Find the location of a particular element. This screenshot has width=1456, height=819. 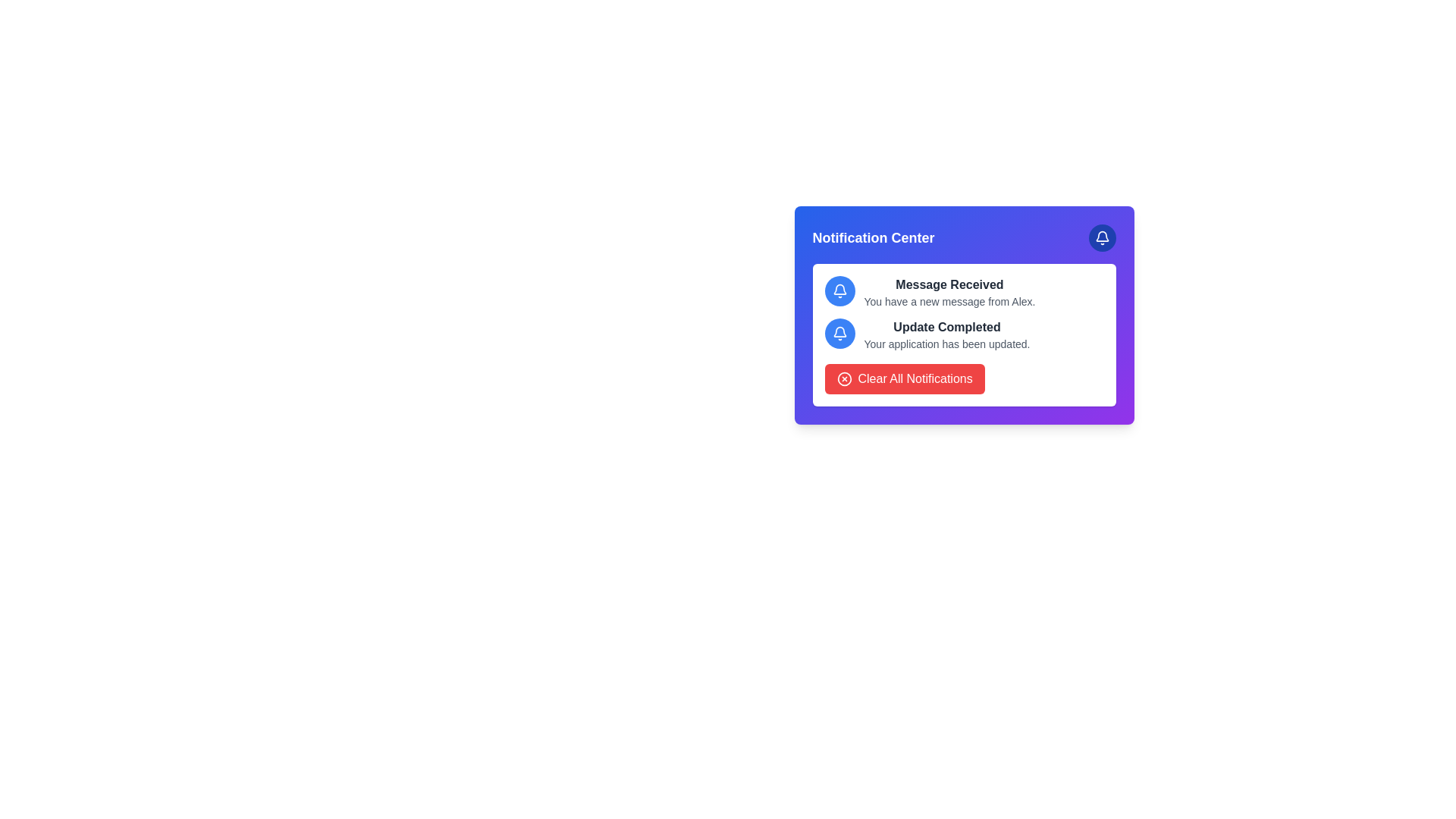

the bell-shaped icon button, which has a white outline on a blue circular background, located at the top-right of the notification card to trigger a tooltip is located at coordinates (1102, 237).